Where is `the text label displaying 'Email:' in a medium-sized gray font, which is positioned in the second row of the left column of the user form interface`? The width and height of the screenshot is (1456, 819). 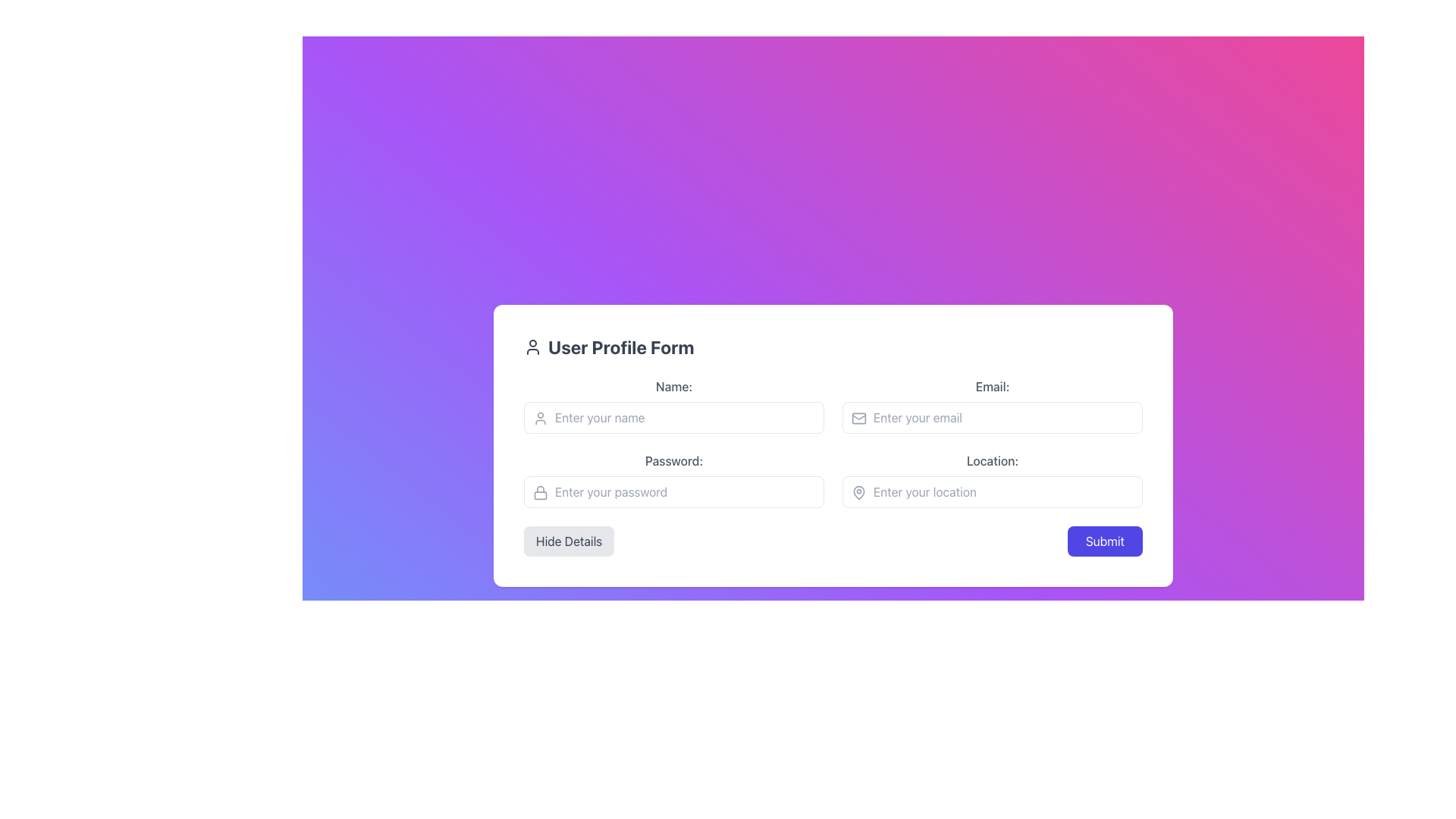 the text label displaying 'Email:' in a medium-sized gray font, which is positioned in the second row of the left column of the user form interface is located at coordinates (993, 385).